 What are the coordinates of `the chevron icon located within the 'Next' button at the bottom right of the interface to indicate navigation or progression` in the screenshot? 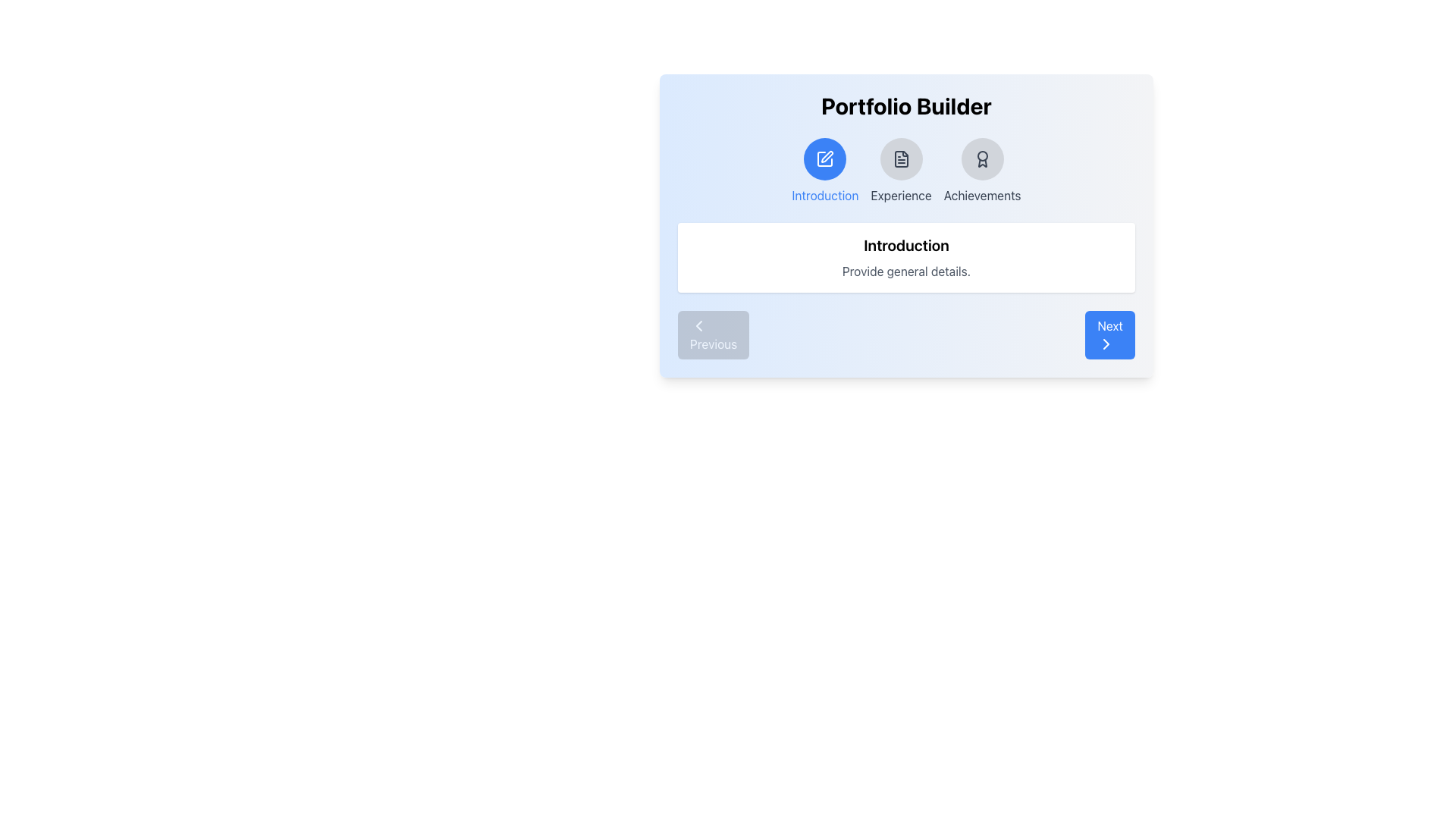 It's located at (1106, 344).